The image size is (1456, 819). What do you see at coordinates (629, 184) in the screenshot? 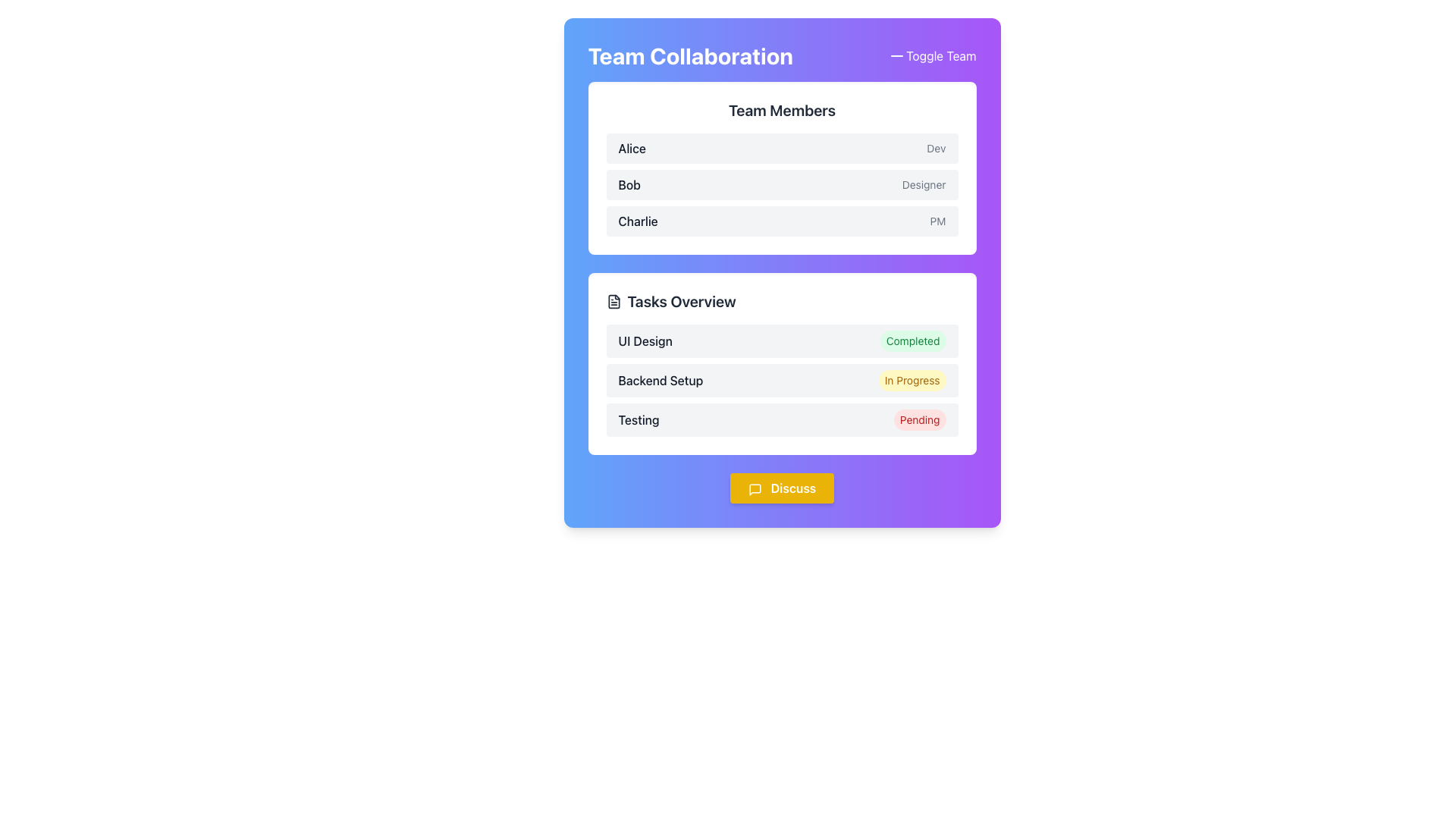
I see `the text label representing the team member named 'Bob'` at bounding box center [629, 184].